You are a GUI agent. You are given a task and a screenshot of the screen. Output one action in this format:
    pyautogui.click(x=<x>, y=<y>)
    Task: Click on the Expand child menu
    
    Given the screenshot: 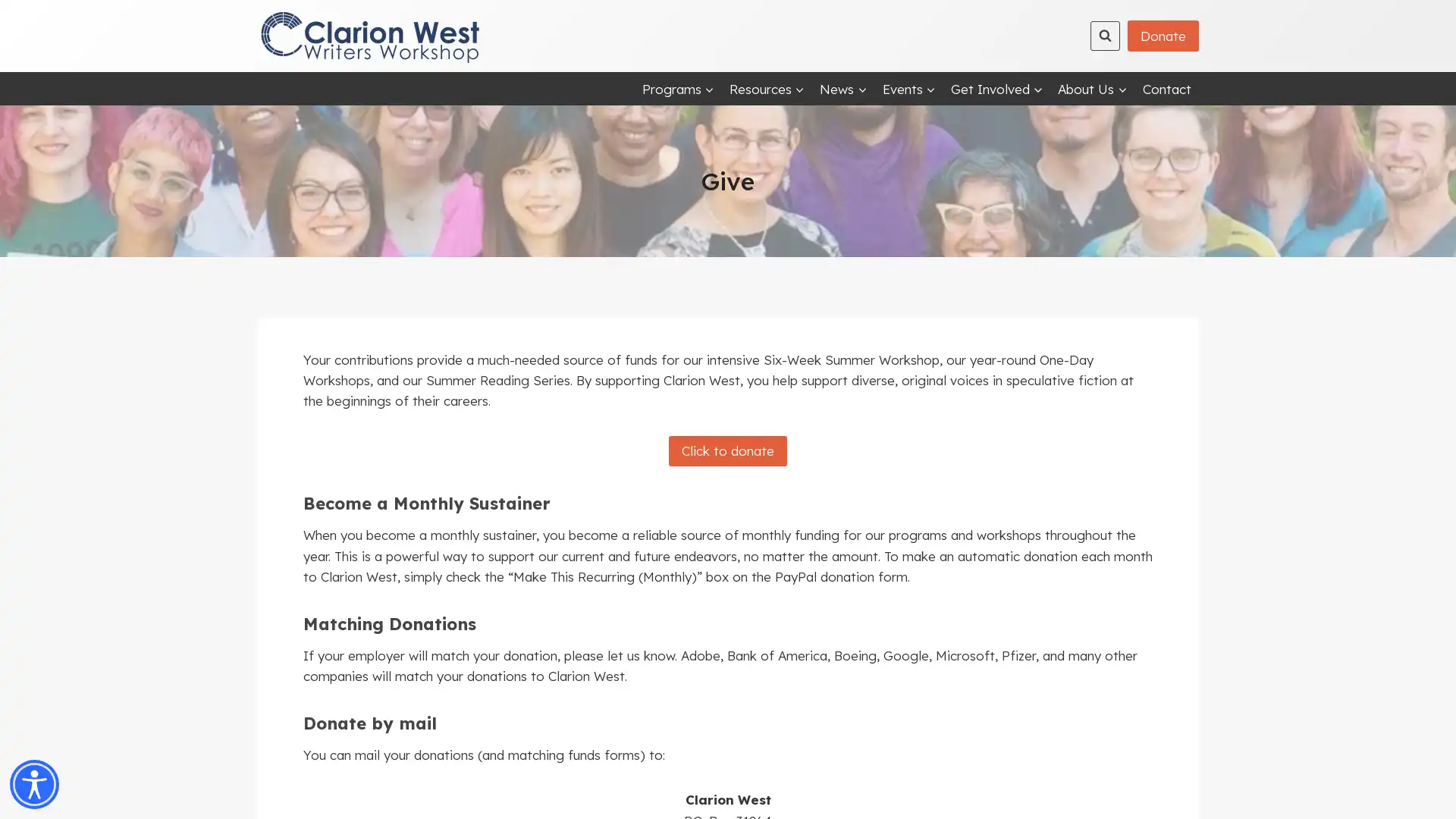 What is the action you would take?
    pyautogui.click(x=996, y=88)
    